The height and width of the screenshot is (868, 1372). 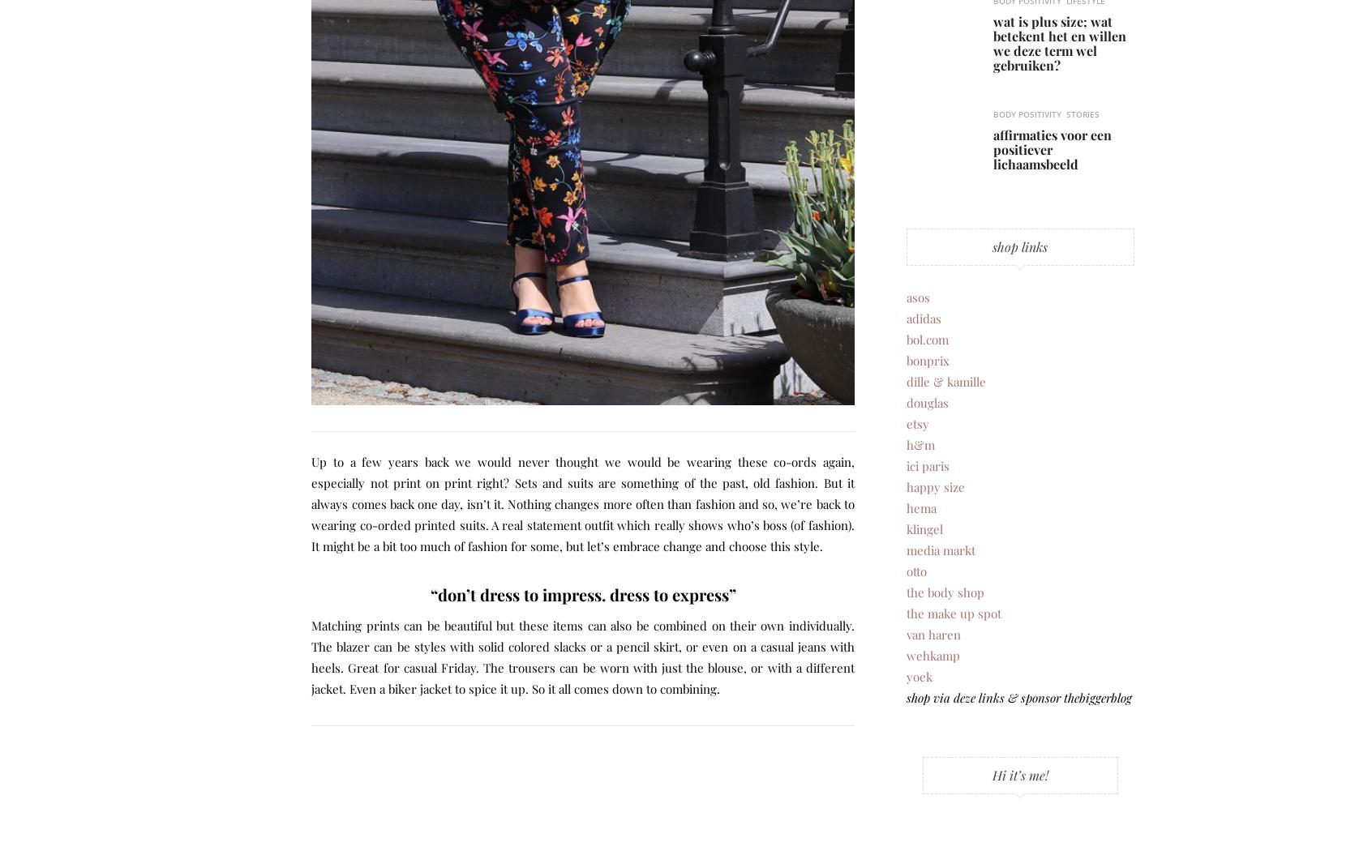 I want to click on 'ici paris', so click(x=926, y=464).